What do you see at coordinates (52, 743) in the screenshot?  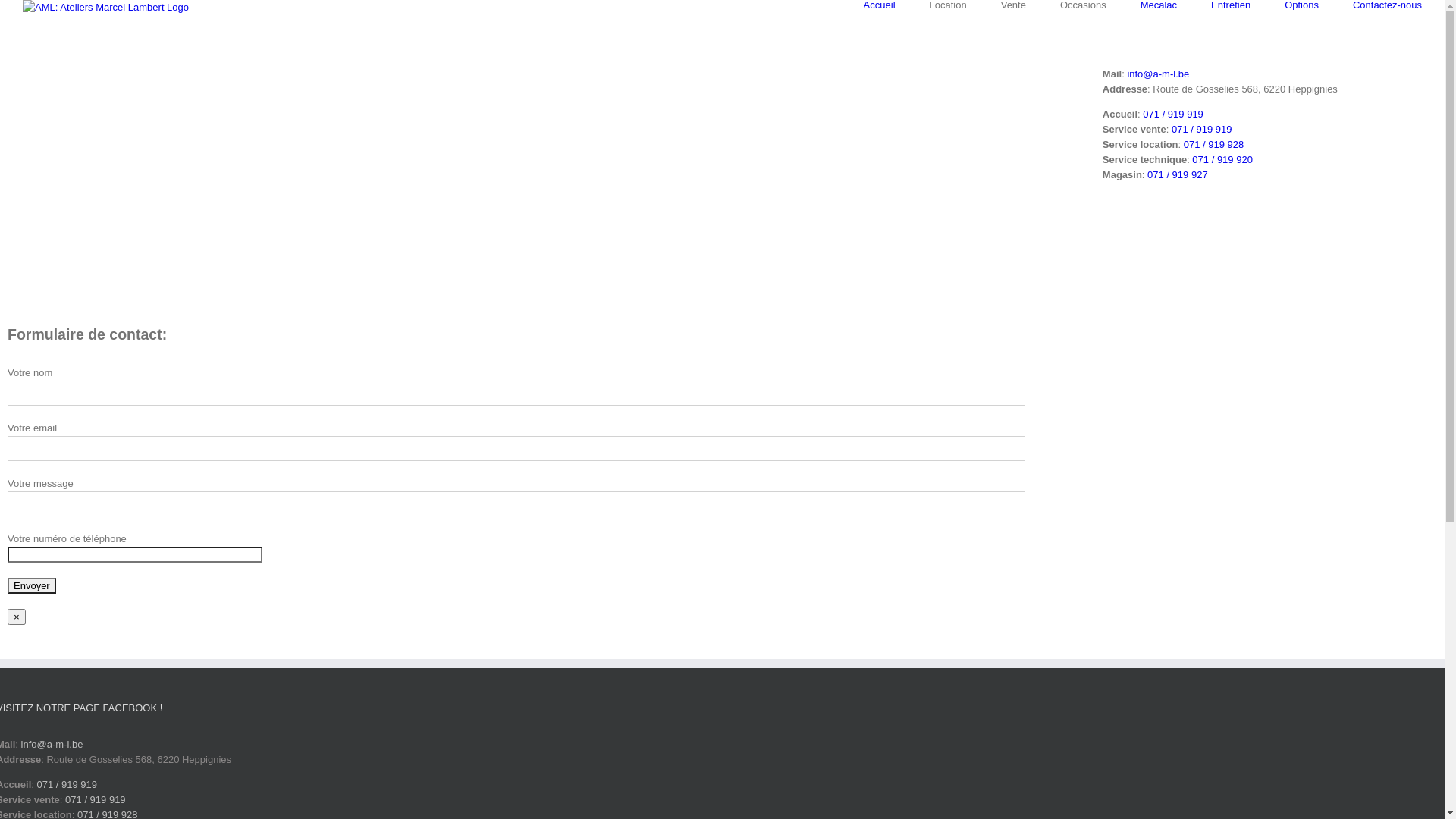 I see `'info@a-m-l.be'` at bounding box center [52, 743].